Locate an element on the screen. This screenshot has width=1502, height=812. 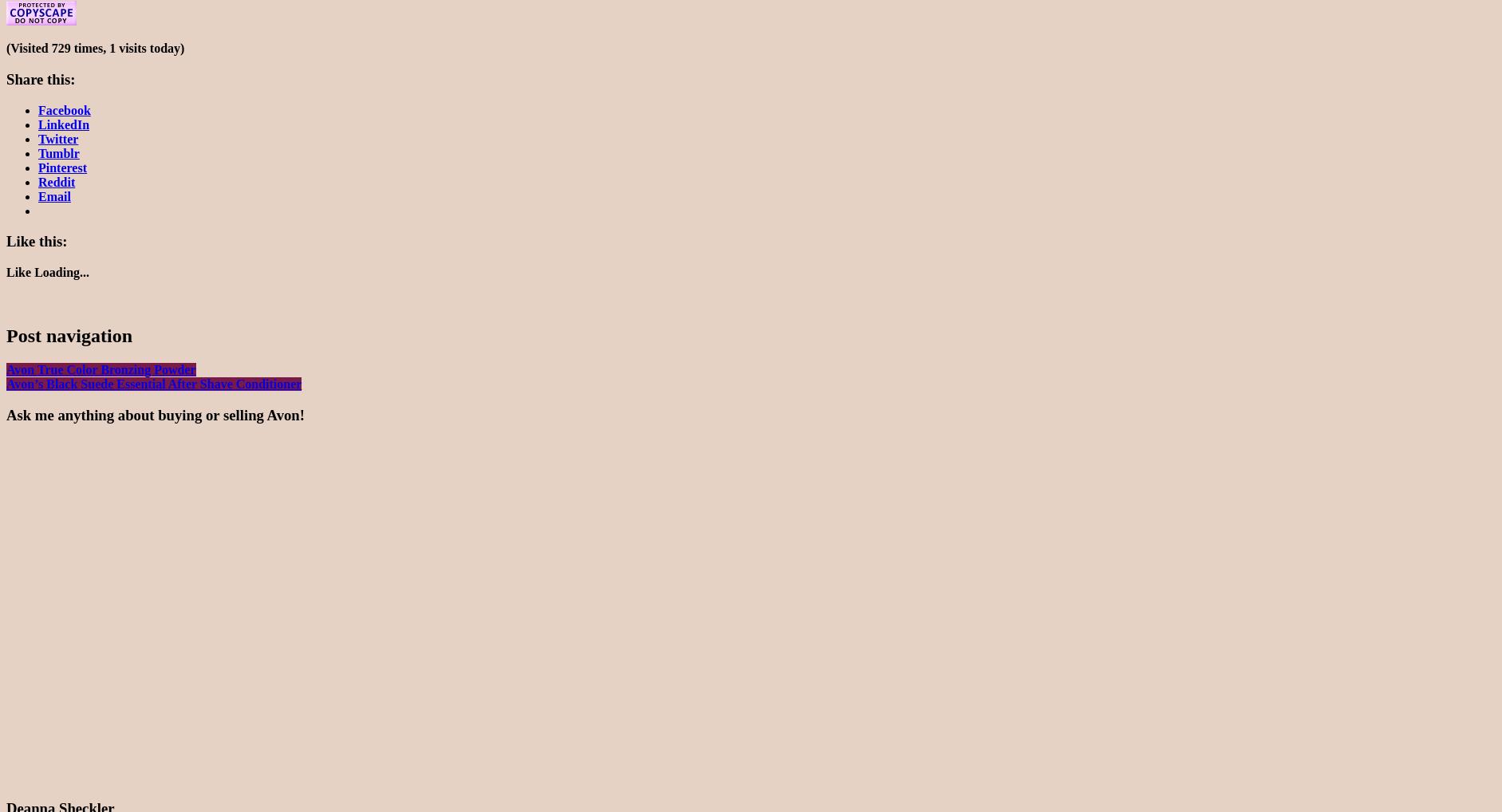
'Ask me anything about buying or selling Avon!' is located at coordinates (155, 413).